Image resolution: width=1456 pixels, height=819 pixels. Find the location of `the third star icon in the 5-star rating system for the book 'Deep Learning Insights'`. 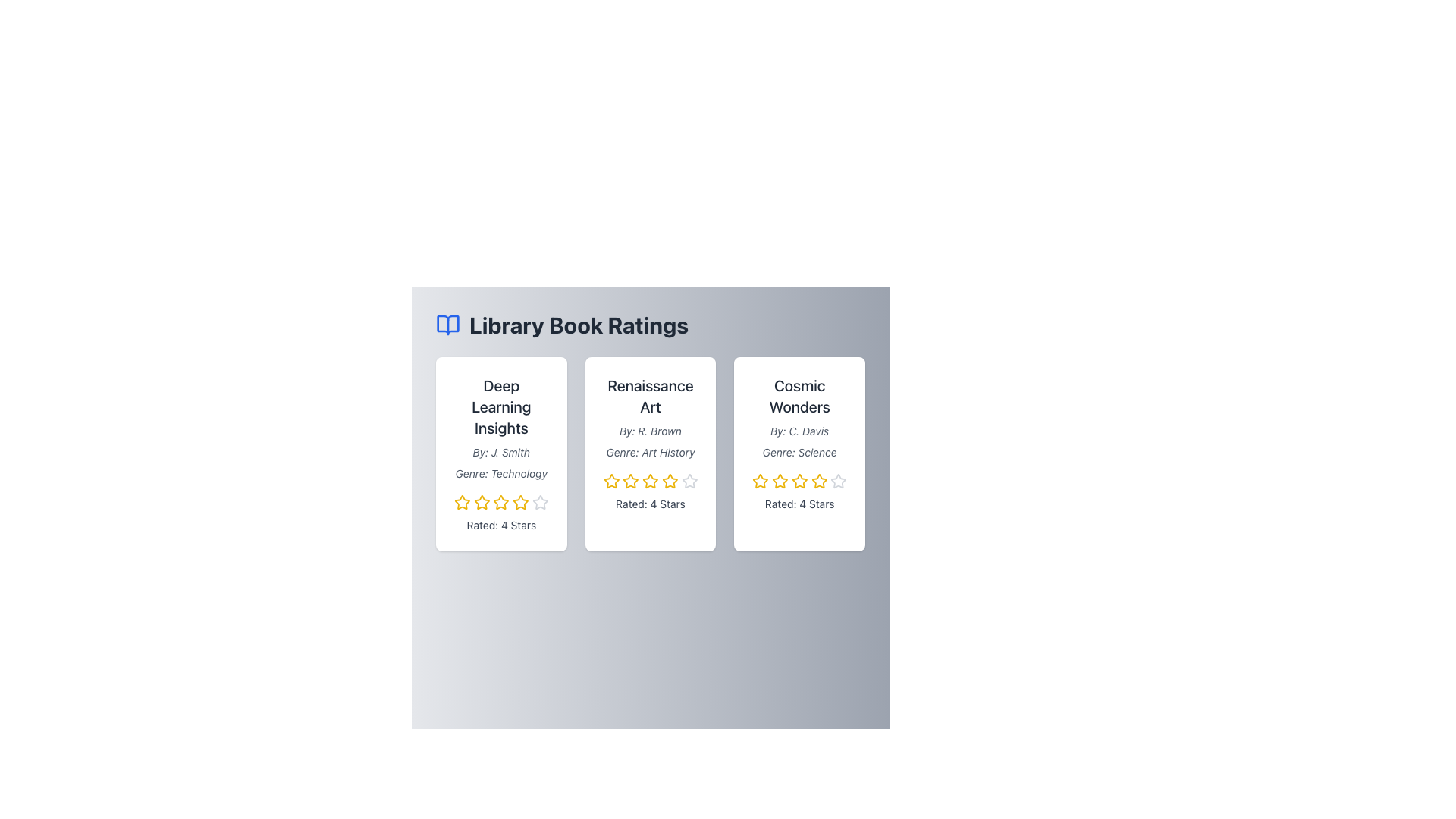

the third star icon in the 5-star rating system for the book 'Deep Learning Insights' is located at coordinates (481, 503).